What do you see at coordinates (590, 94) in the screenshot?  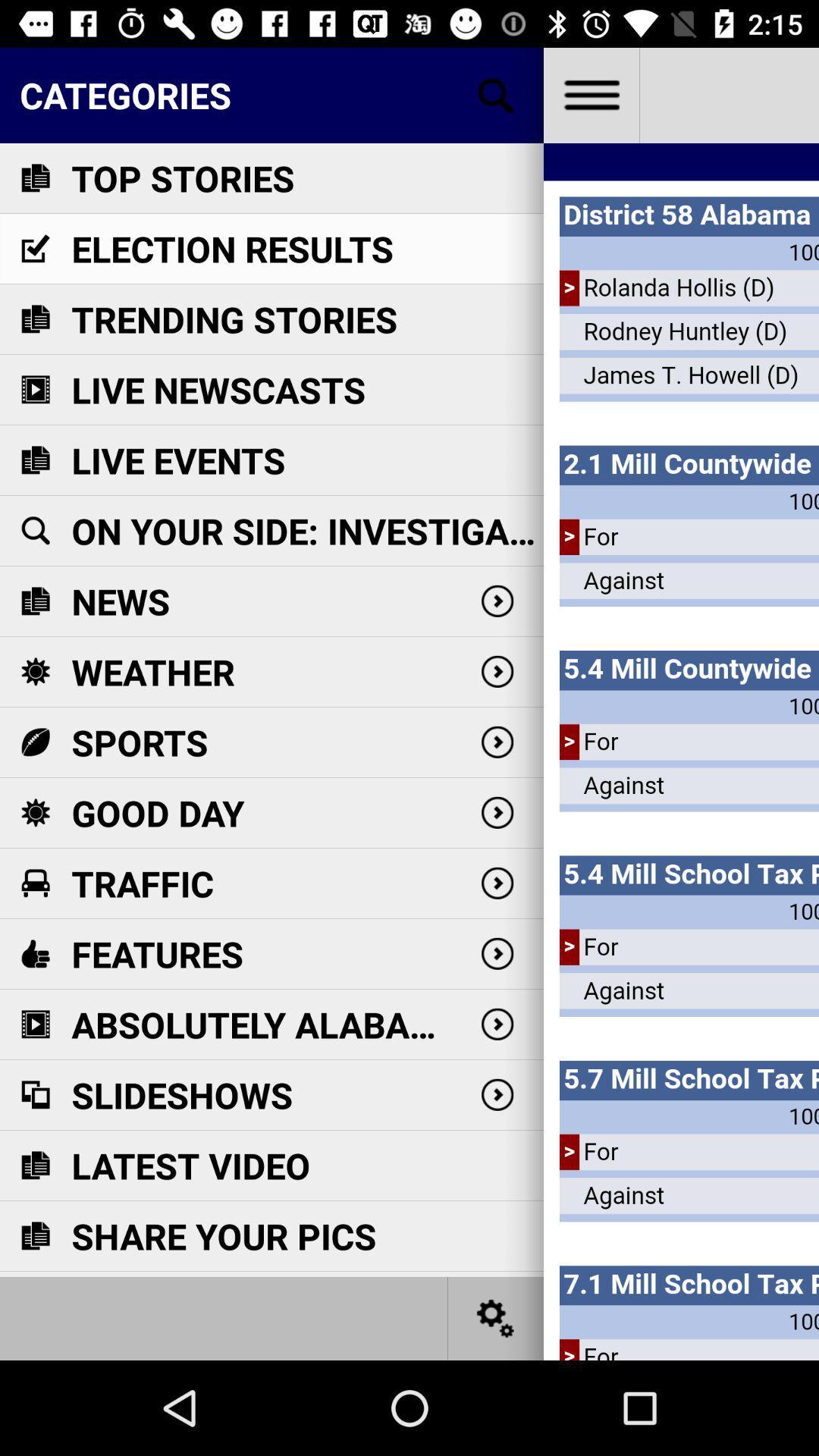 I see `go settings` at bounding box center [590, 94].